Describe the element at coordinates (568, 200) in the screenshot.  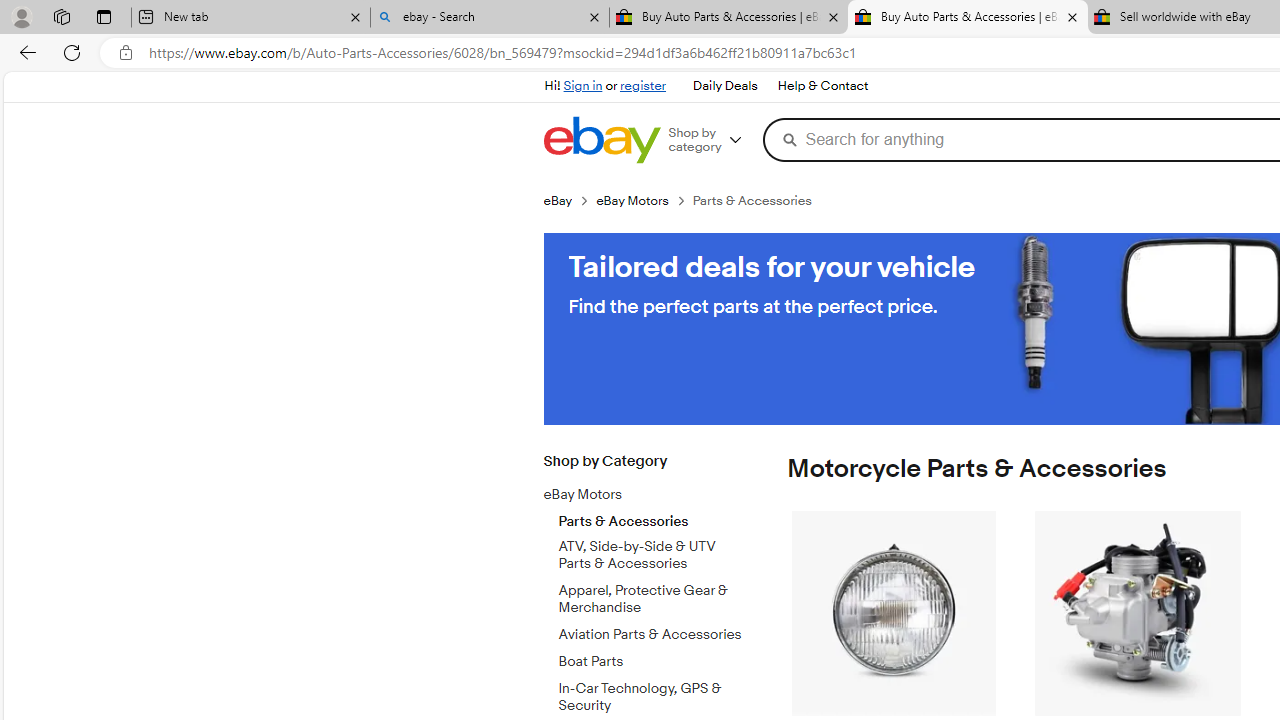
I see `'eBay'` at that location.